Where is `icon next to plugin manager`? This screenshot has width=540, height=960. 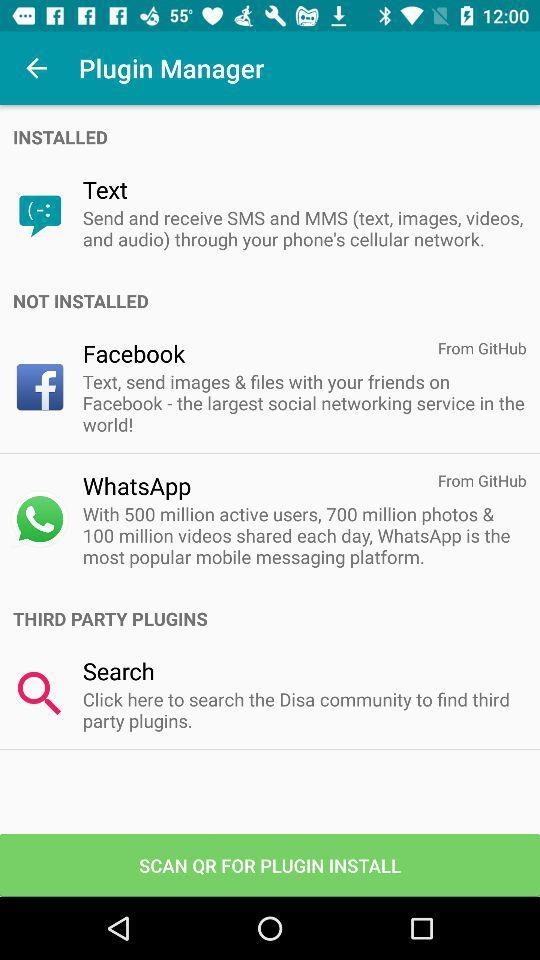 icon next to plugin manager is located at coordinates (36, 68).